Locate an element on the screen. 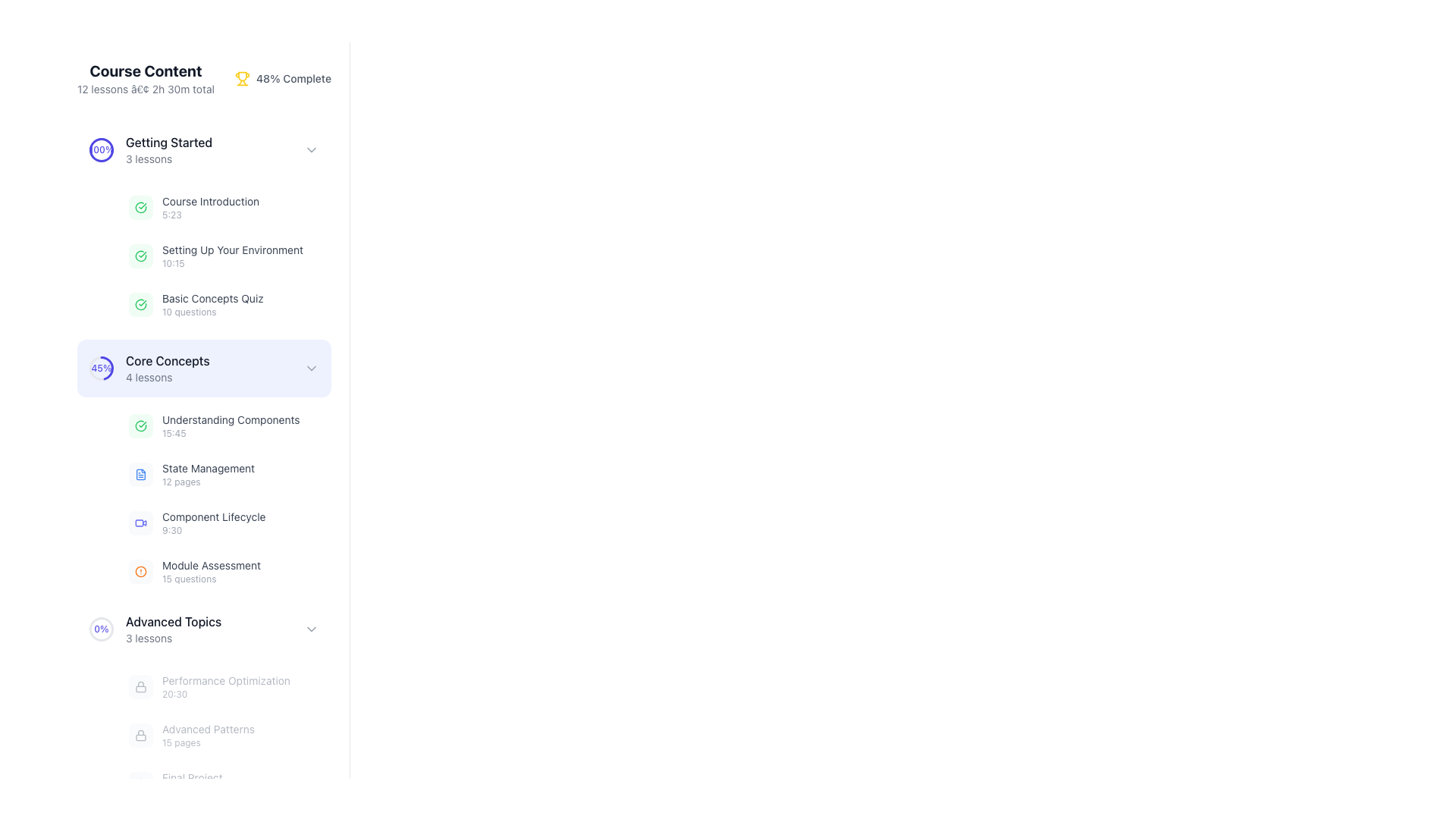  the informational text displaying '12 lessons • 2h 30m total' located below the 'Course Content' title in the left sidebar is located at coordinates (146, 89).